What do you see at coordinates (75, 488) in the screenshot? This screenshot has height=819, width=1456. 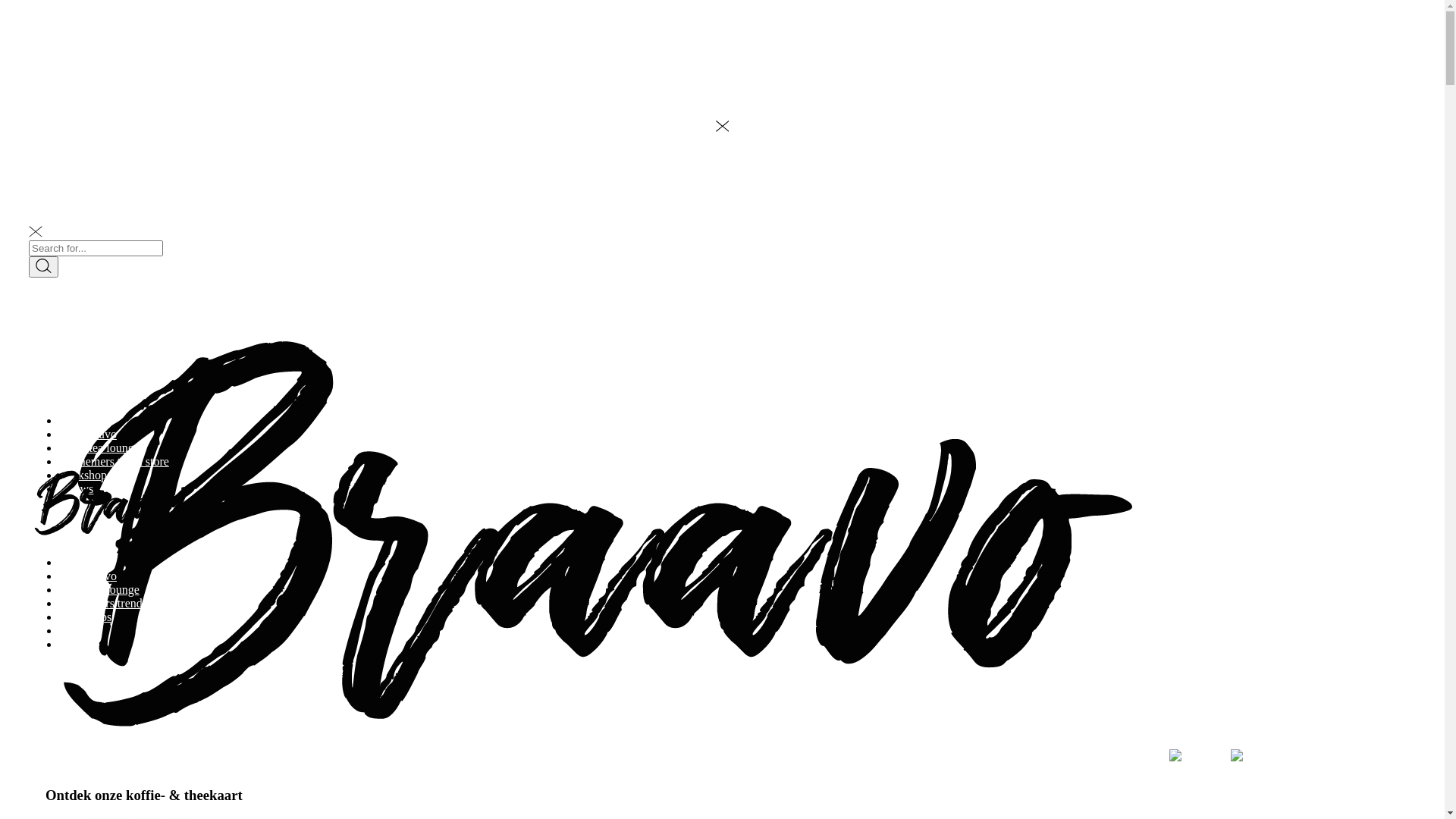 I see `'nieuws'` at bounding box center [75, 488].